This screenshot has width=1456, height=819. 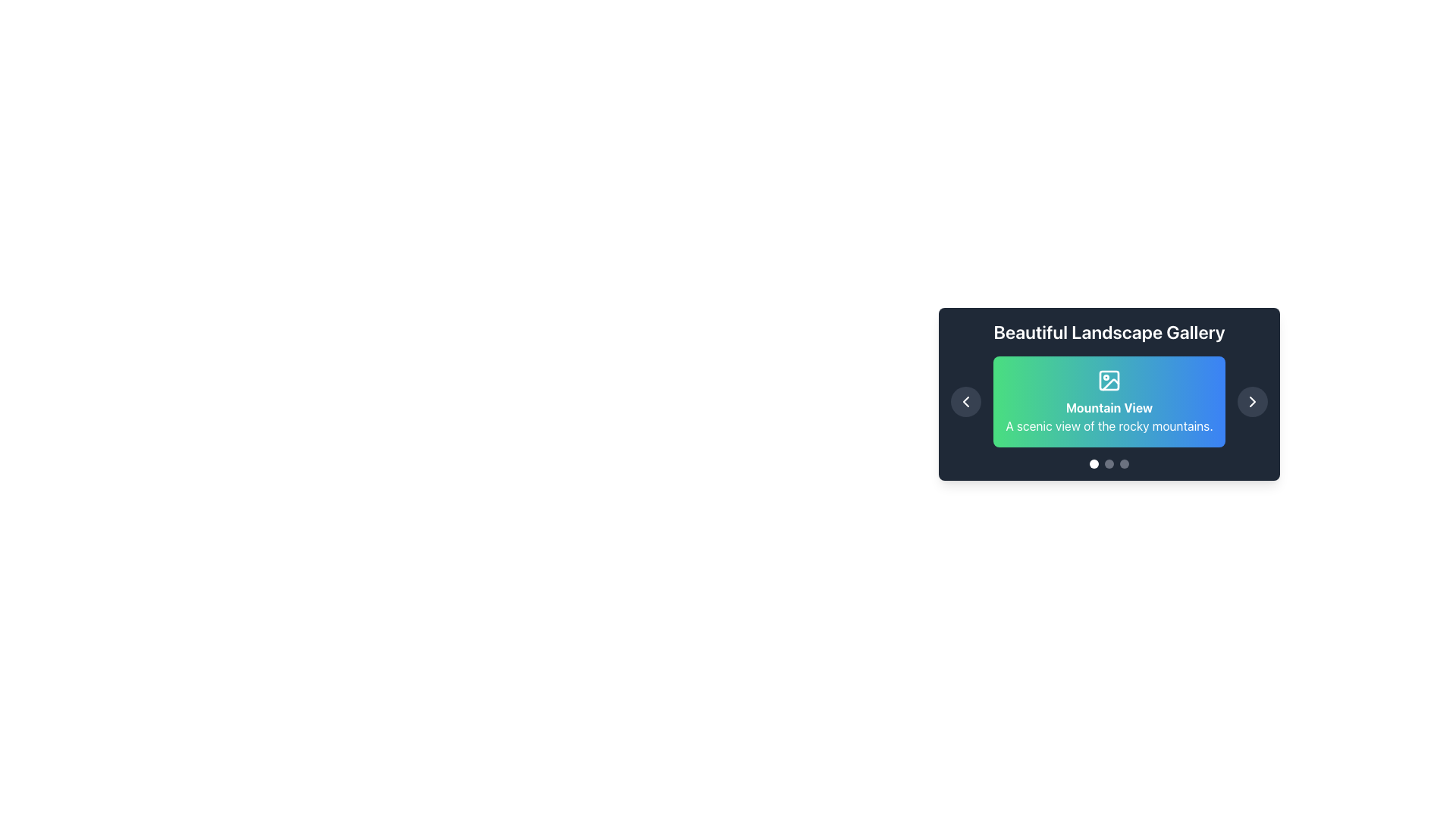 What do you see at coordinates (1252, 400) in the screenshot?
I see `the next-navigation icon located on the right side of the 'Beautiful Landscape Gallery' interface, which is within a circular button-like element` at bounding box center [1252, 400].